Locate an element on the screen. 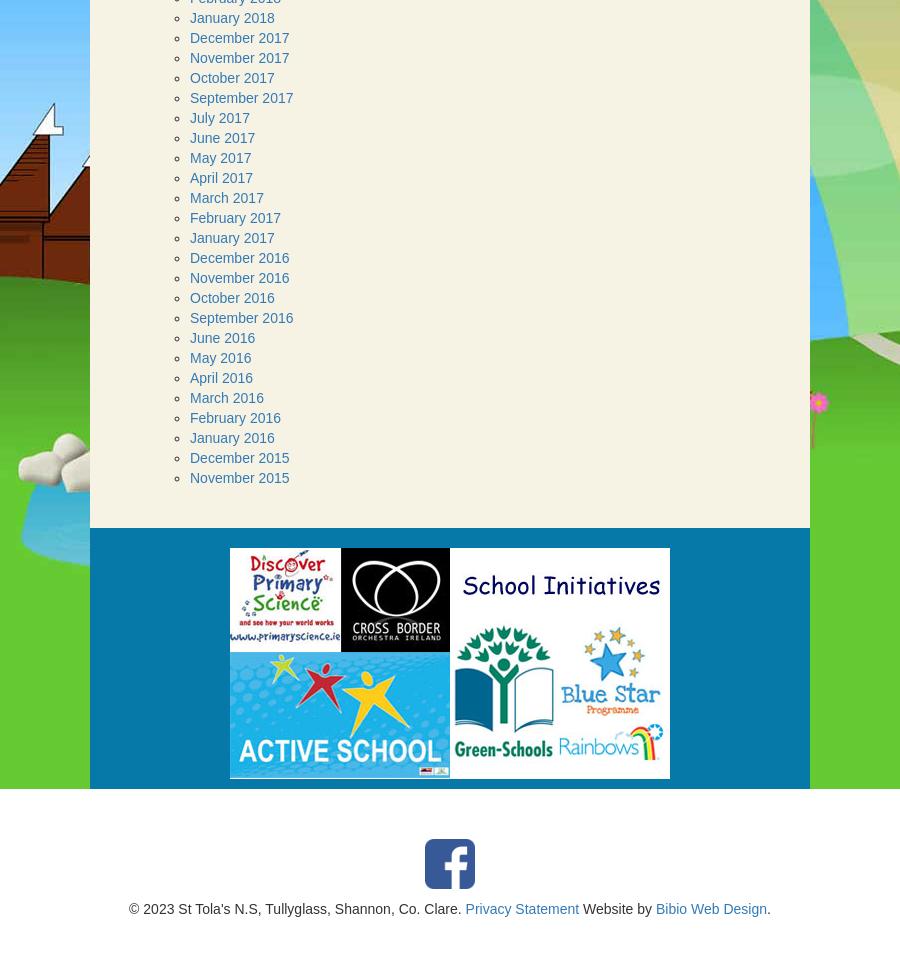  'January 2016' is located at coordinates (231, 436).